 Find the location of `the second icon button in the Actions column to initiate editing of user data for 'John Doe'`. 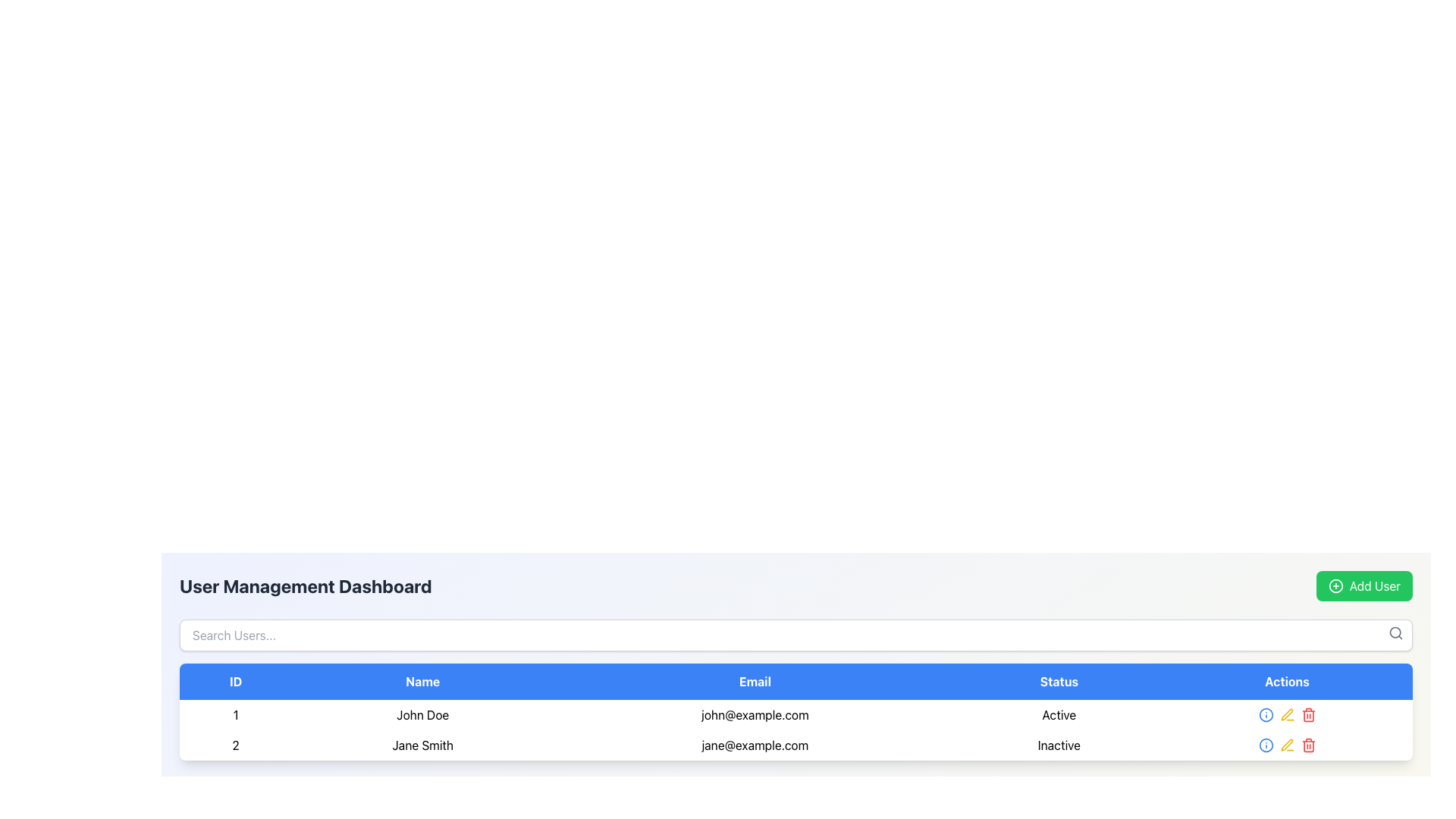

the second icon button in the Actions column to initiate editing of user data for 'John Doe' is located at coordinates (1286, 714).